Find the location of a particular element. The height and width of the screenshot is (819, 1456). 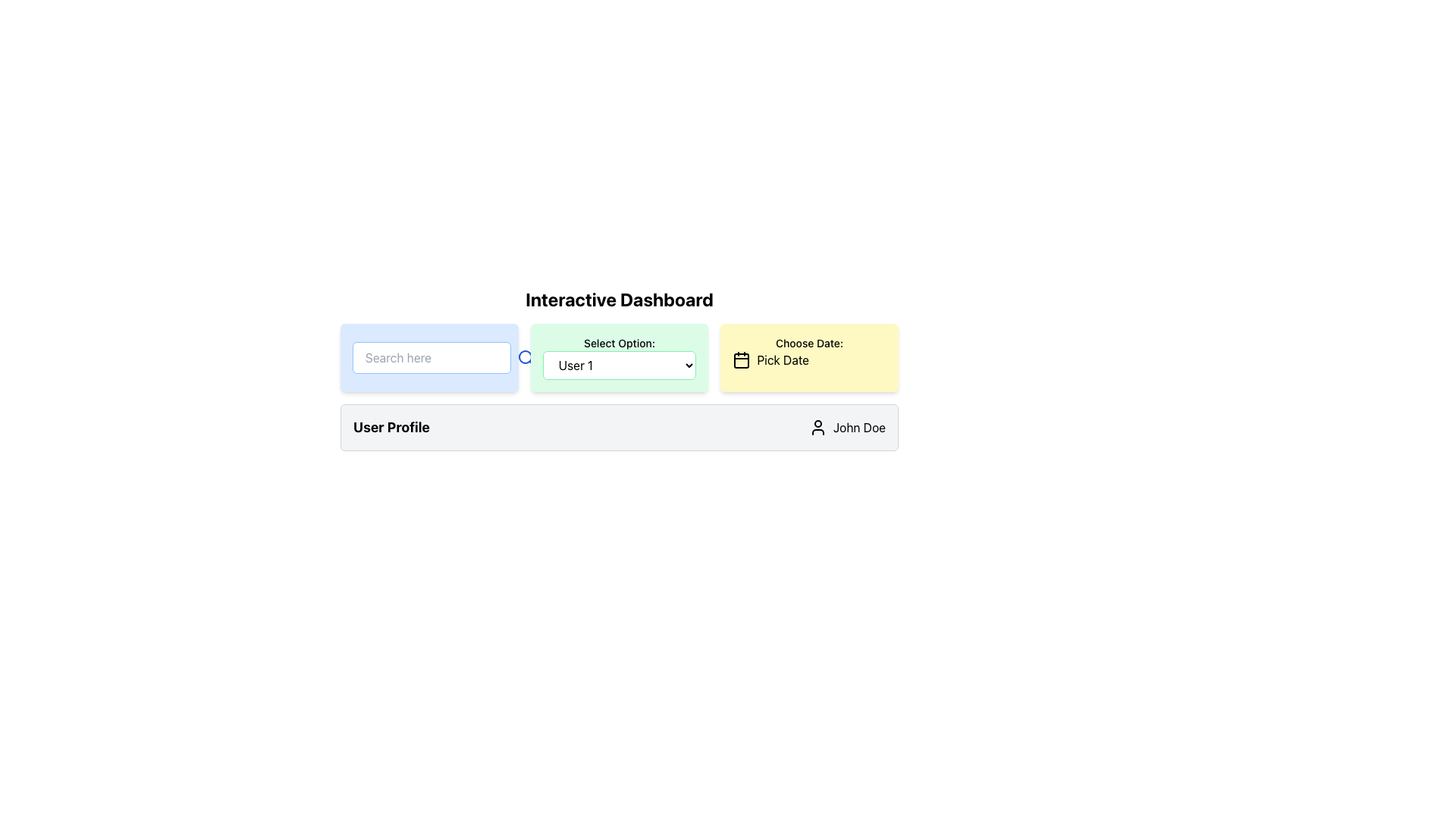

the dropdown menu labeled 'Select Option:' which is centrally positioned and has a green background is located at coordinates (619, 369).